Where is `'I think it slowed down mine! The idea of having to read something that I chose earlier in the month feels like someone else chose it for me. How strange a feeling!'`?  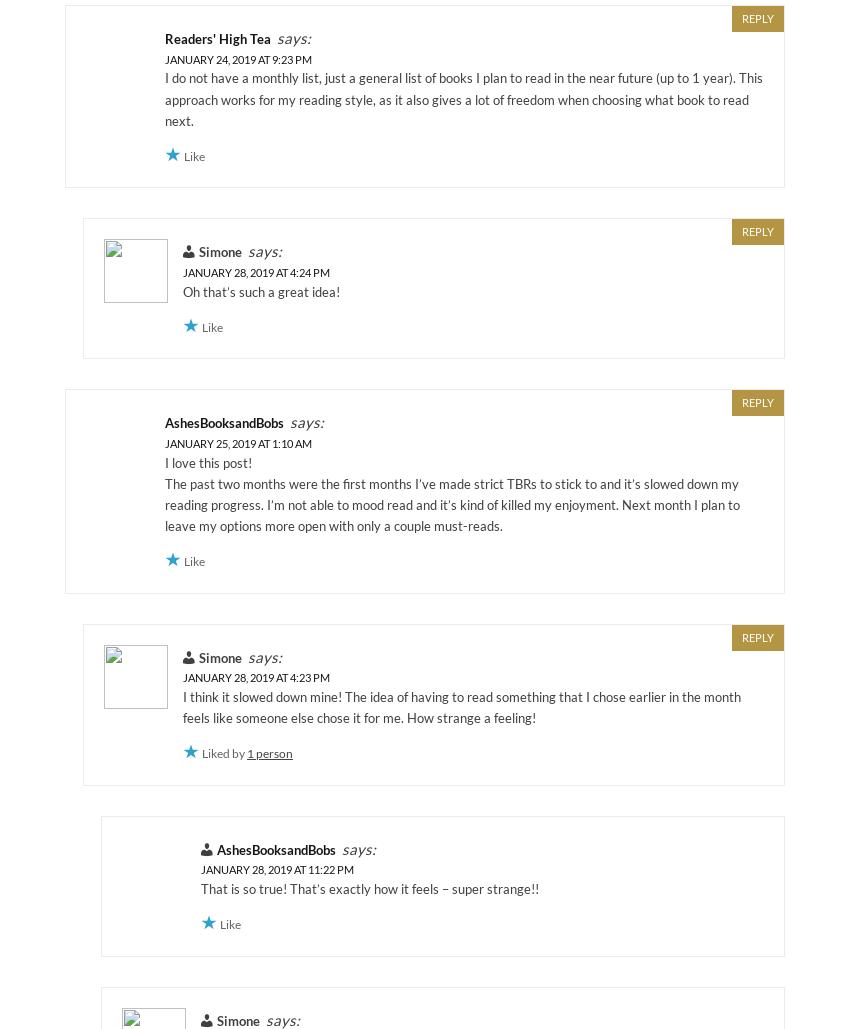
'I think it slowed down mine! The idea of having to read something that I chose earlier in the month feels like someone else chose it for me. How strange a feeling!' is located at coordinates (460, 706).